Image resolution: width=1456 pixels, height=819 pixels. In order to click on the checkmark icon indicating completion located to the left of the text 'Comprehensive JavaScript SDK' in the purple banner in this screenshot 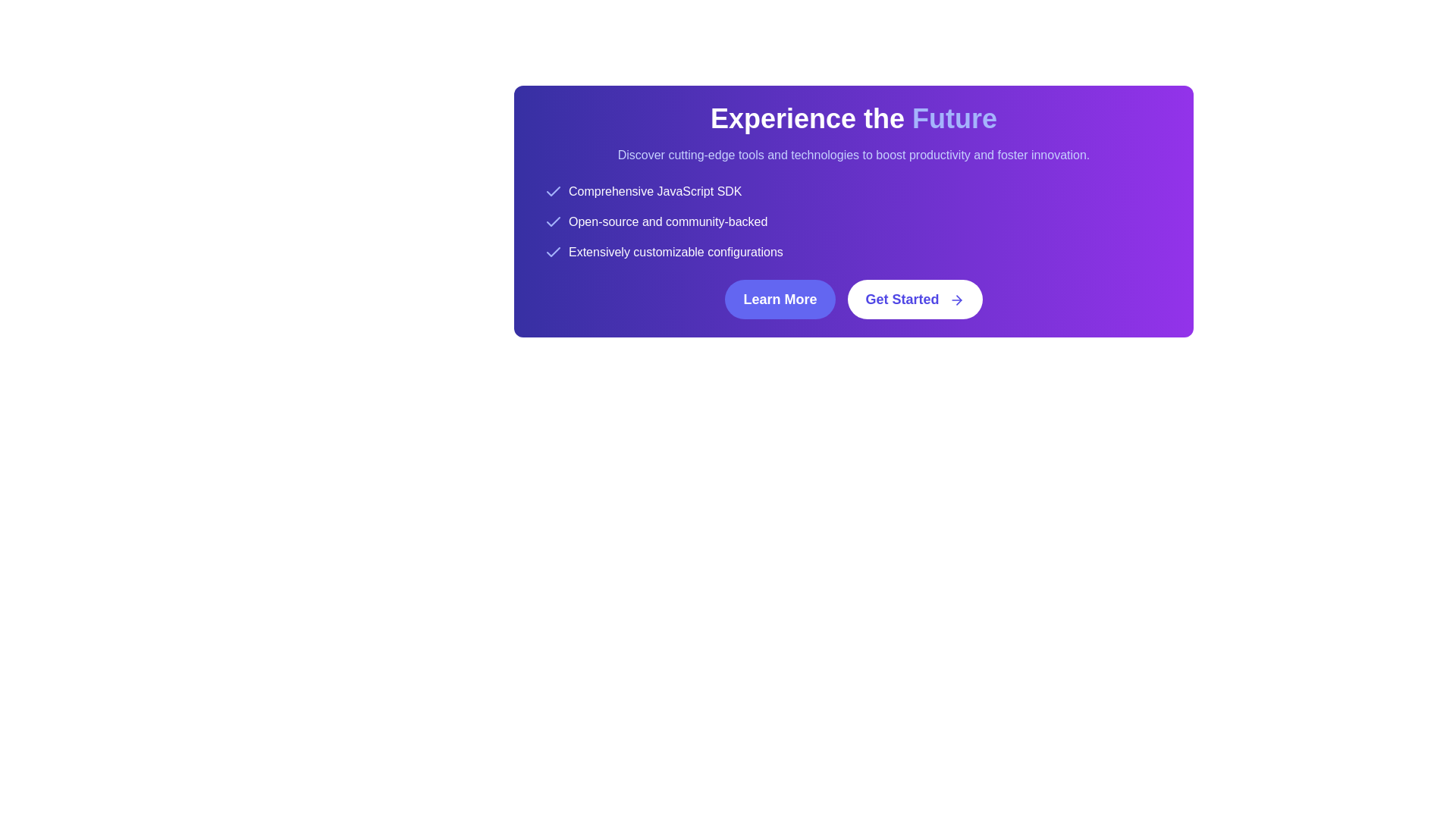, I will do `click(552, 190)`.